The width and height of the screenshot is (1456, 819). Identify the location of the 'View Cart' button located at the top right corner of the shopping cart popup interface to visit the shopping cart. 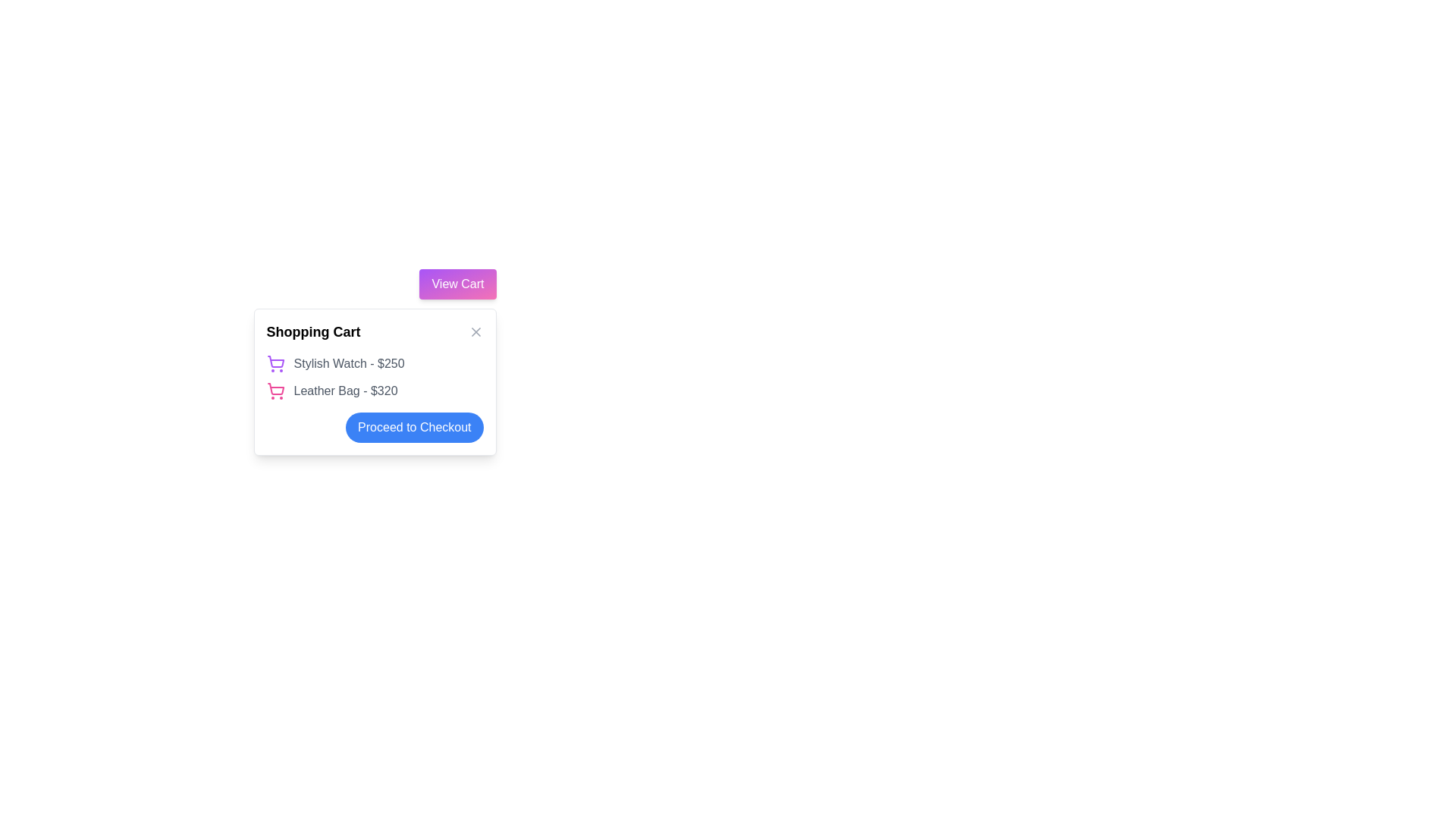
(457, 284).